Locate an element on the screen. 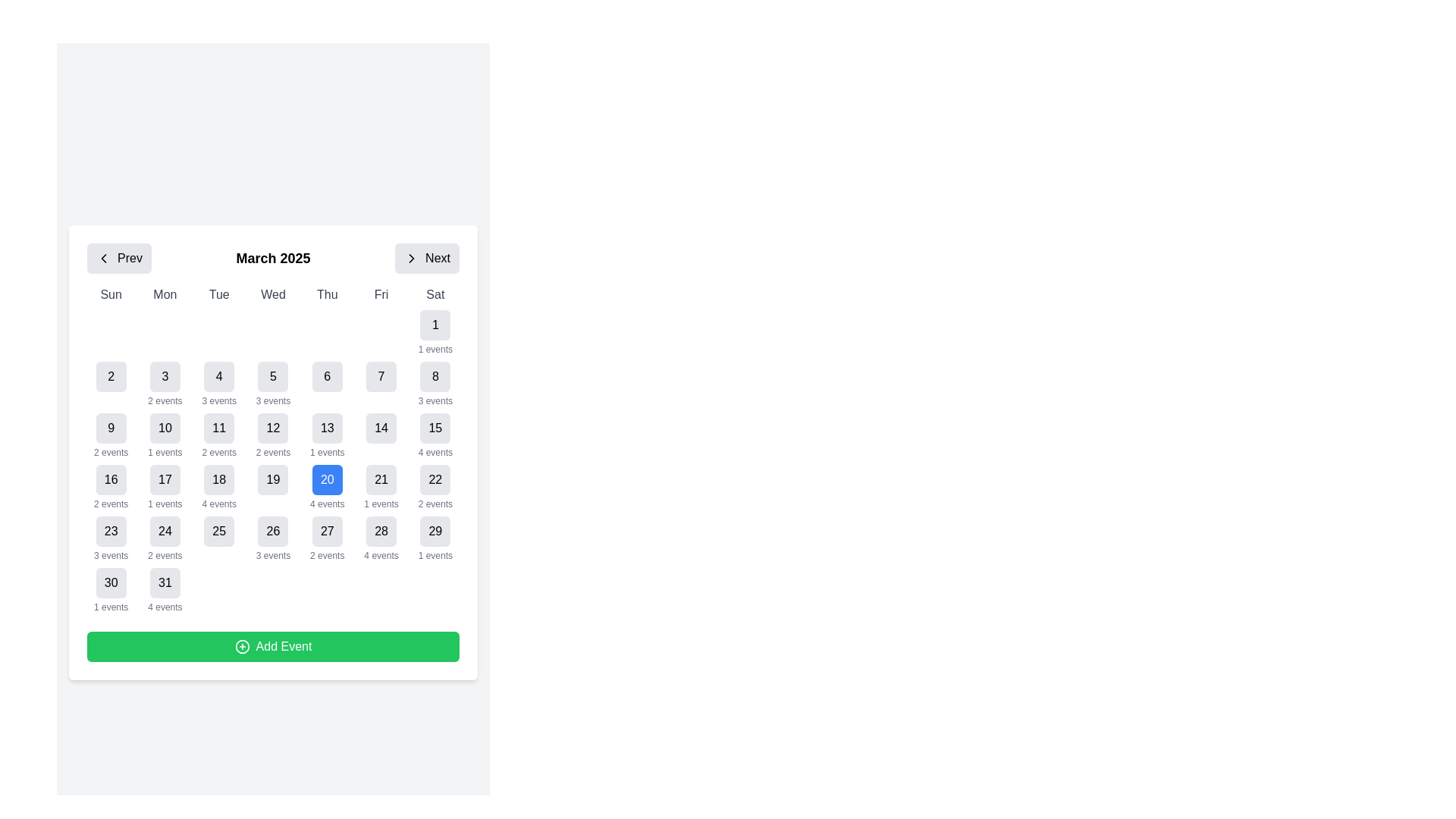  the Calendar date box representing the 31st date is located at coordinates (165, 590).